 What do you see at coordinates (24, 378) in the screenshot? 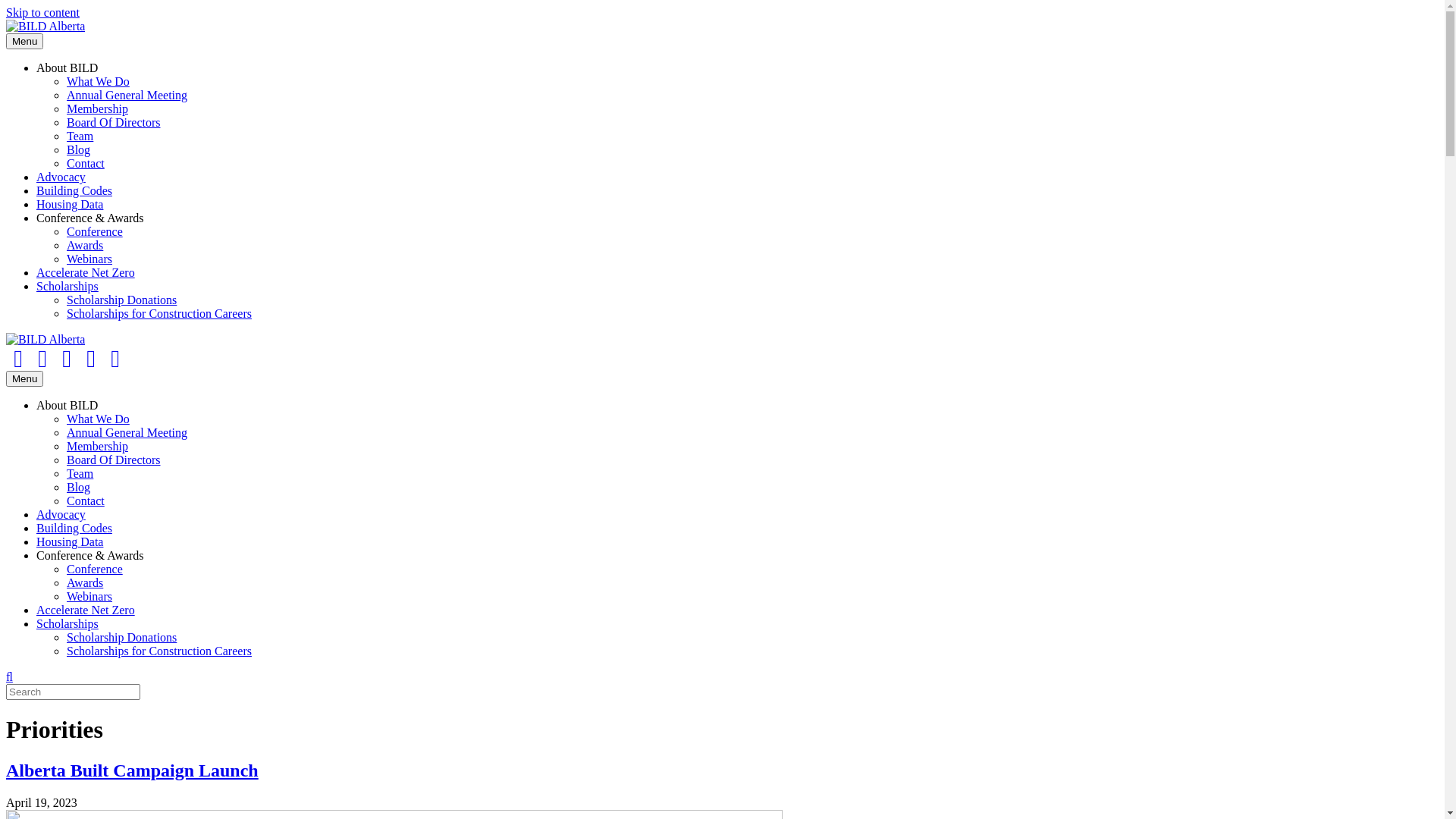
I see `'Menu'` at bounding box center [24, 378].